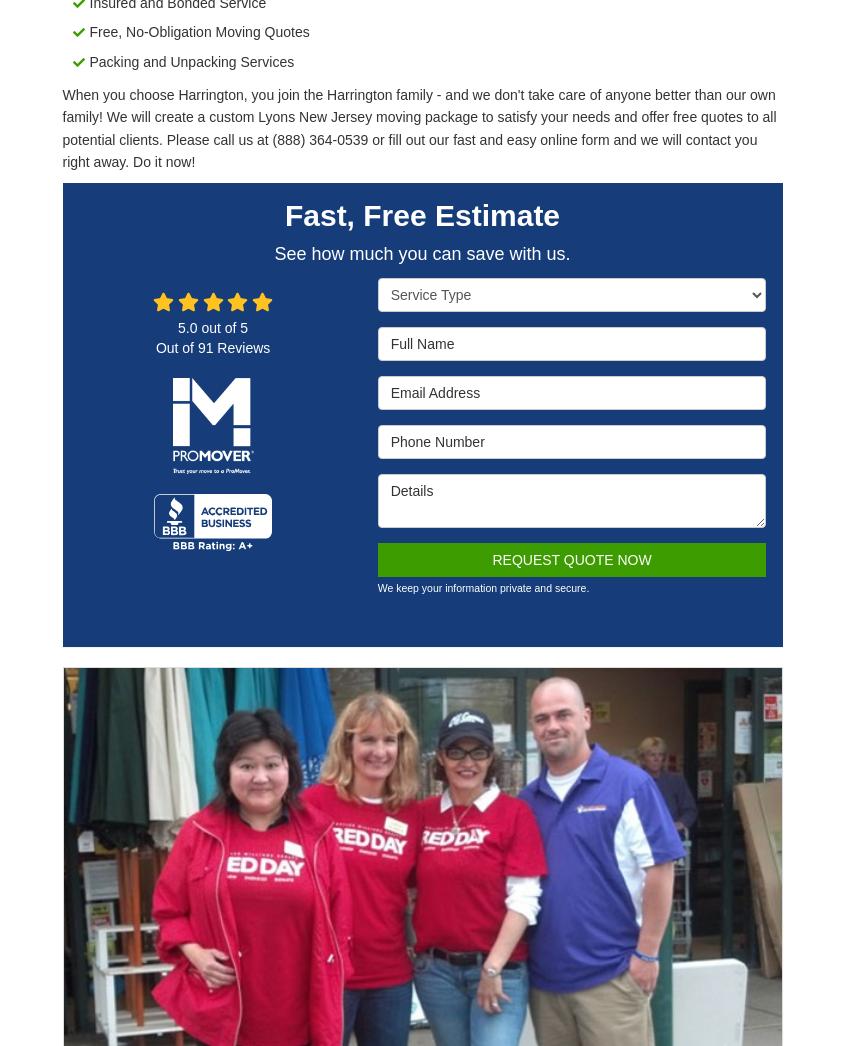 This screenshot has height=1046, width=845. What do you see at coordinates (418, 127) in the screenshot?
I see `'When you choose Harrington, you join the  Harrington family - and we don't take care of anyone better than our own  family! We will create a custom Lyons New Jersey moving package to satisfy your  needs and offer free quotes to all potential clients. Please call us at  (888) 364-0539 or fill out our fast and easy online form and we will contact you  right away. Do it now!'` at bounding box center [418, 127].